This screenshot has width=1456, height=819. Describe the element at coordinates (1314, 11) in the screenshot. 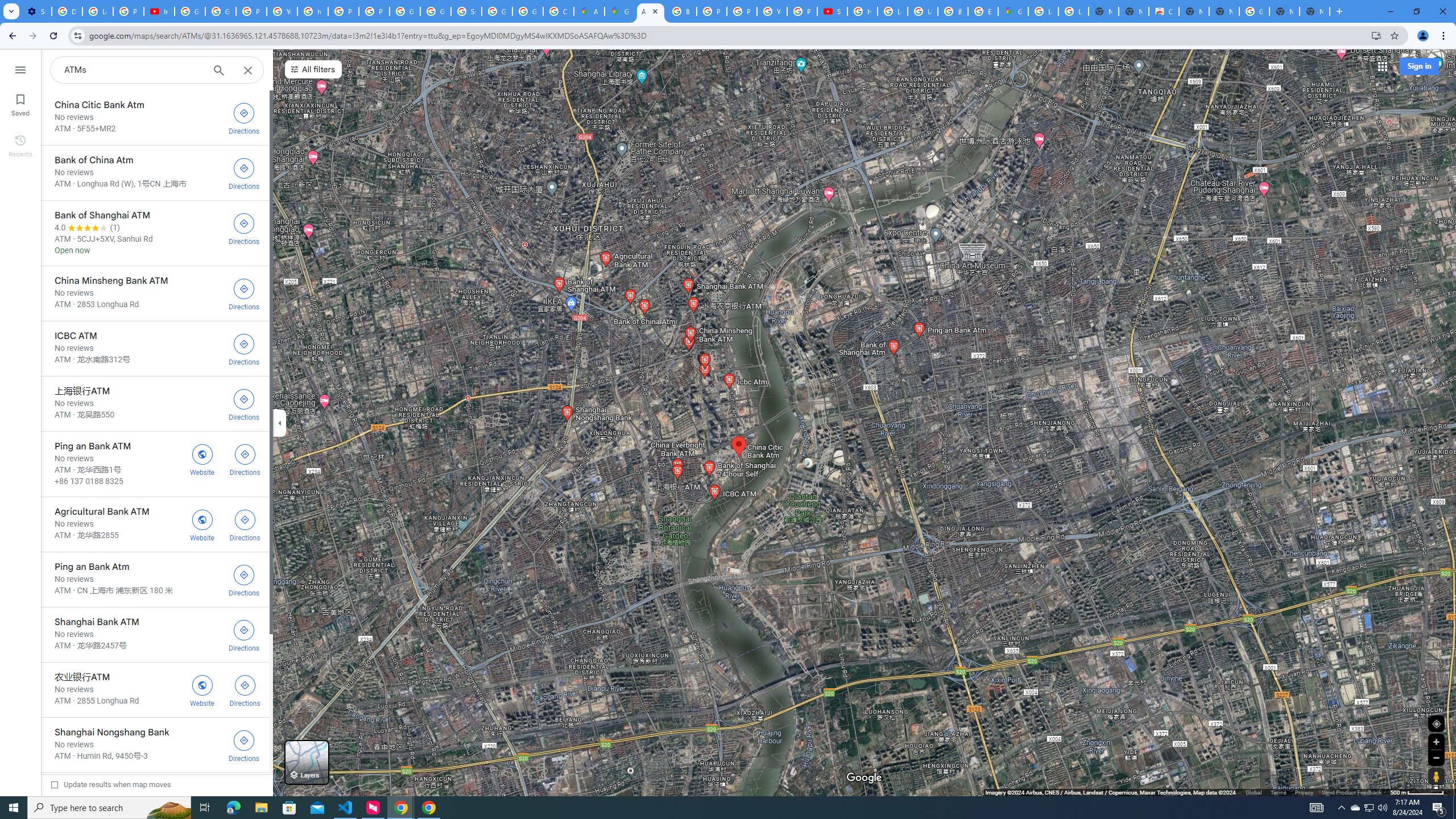

I see `'New Tab'` at that location.